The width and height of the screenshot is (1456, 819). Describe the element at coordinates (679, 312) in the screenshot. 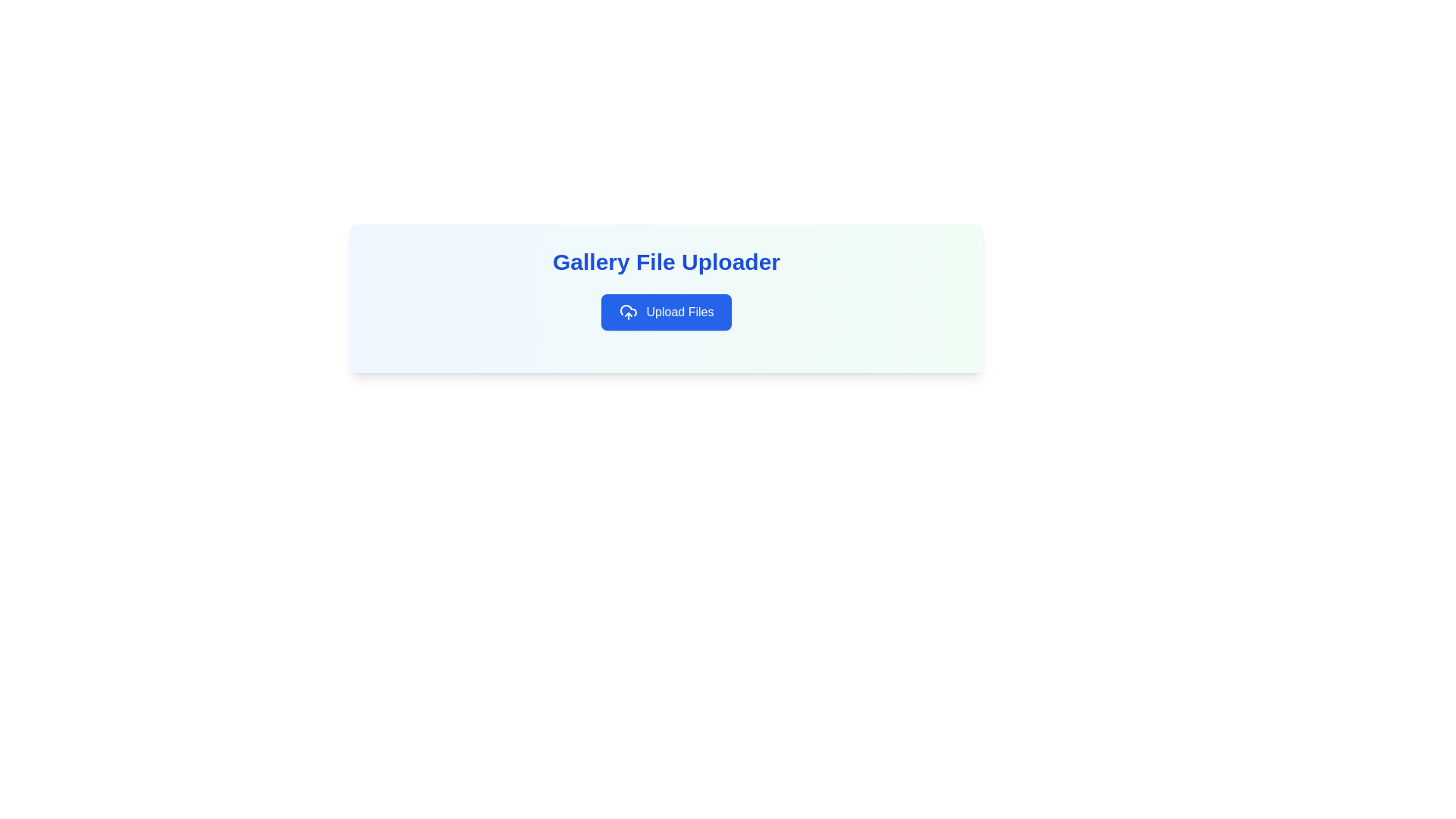

I see `the 'Upload Files' text label within the blue button, which is part of the Gallery File Uploader section` at that location.